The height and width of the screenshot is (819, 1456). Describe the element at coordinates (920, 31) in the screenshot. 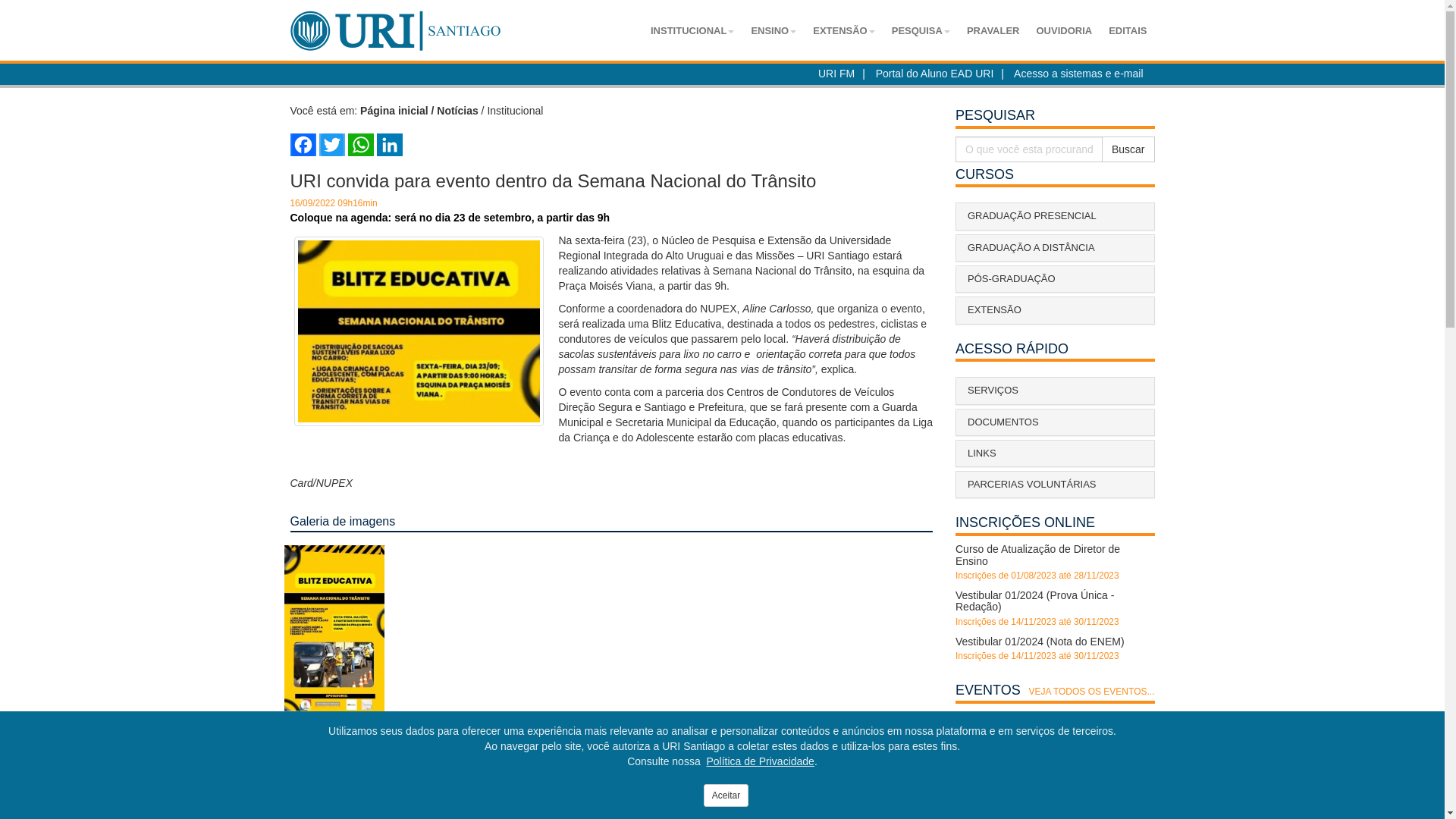

I see `'PESQUISA'` at that location.